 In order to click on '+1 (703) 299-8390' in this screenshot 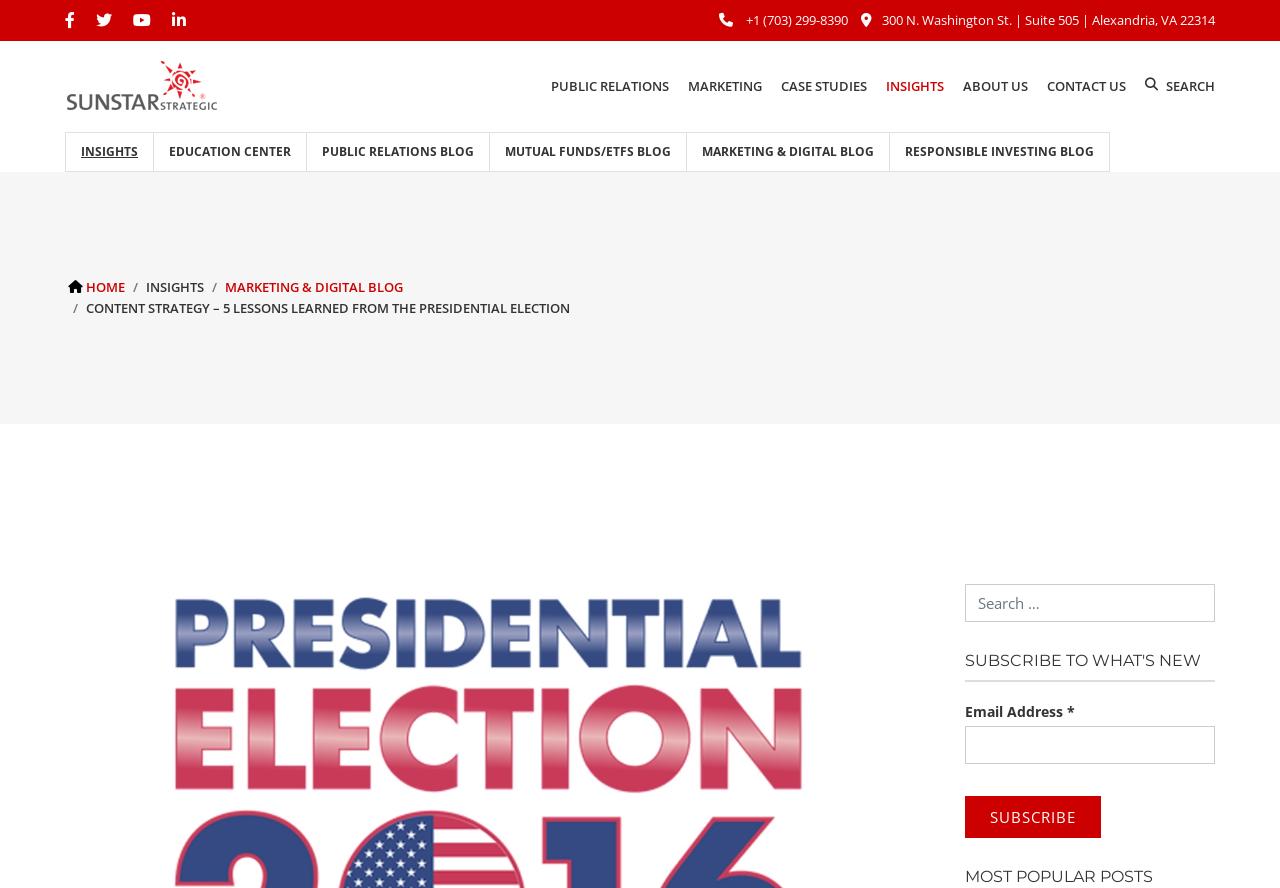, I will do `click(796, 19)`.